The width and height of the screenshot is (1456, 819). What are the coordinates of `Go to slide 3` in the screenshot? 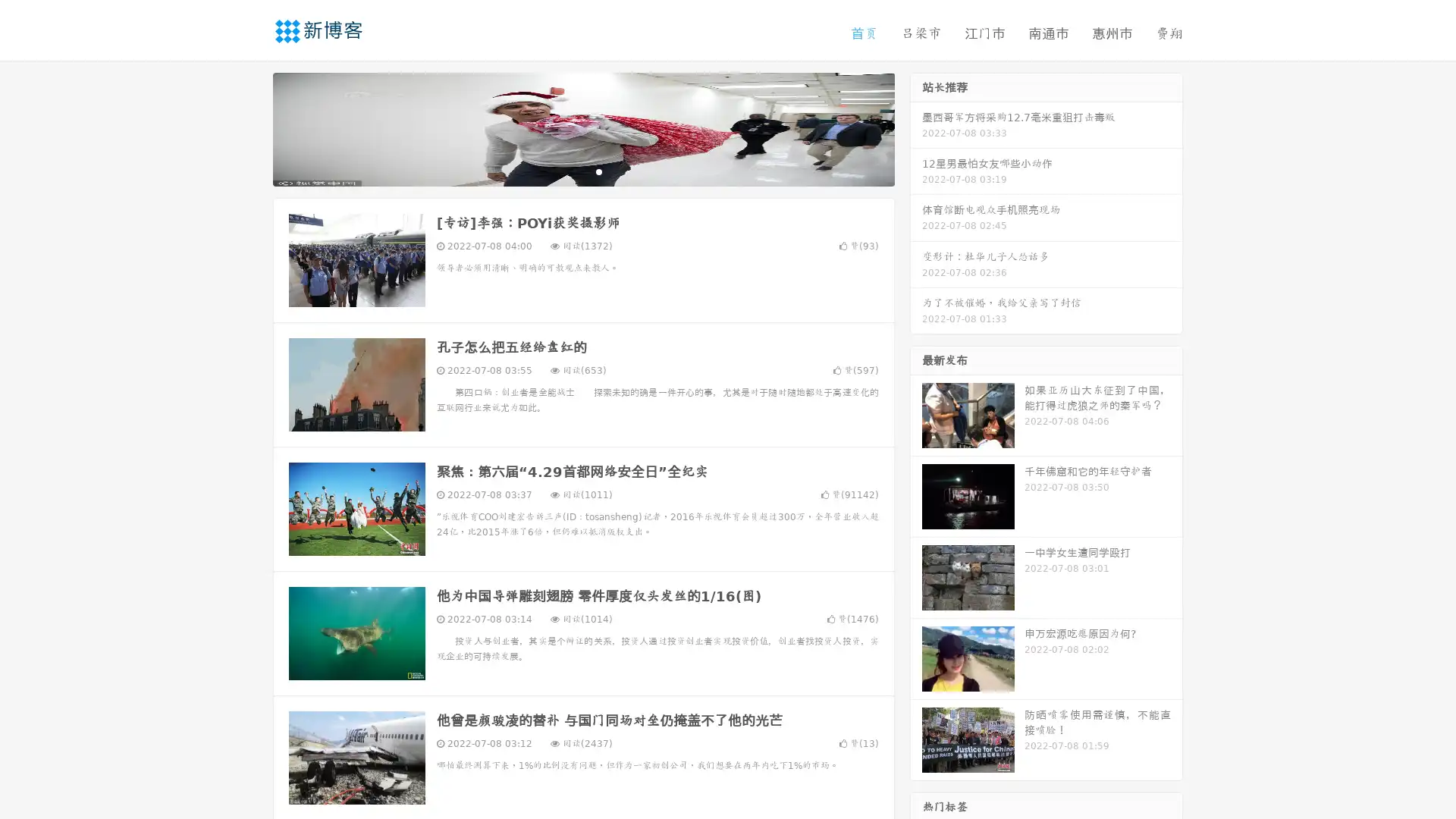 It's located at (598, 171).